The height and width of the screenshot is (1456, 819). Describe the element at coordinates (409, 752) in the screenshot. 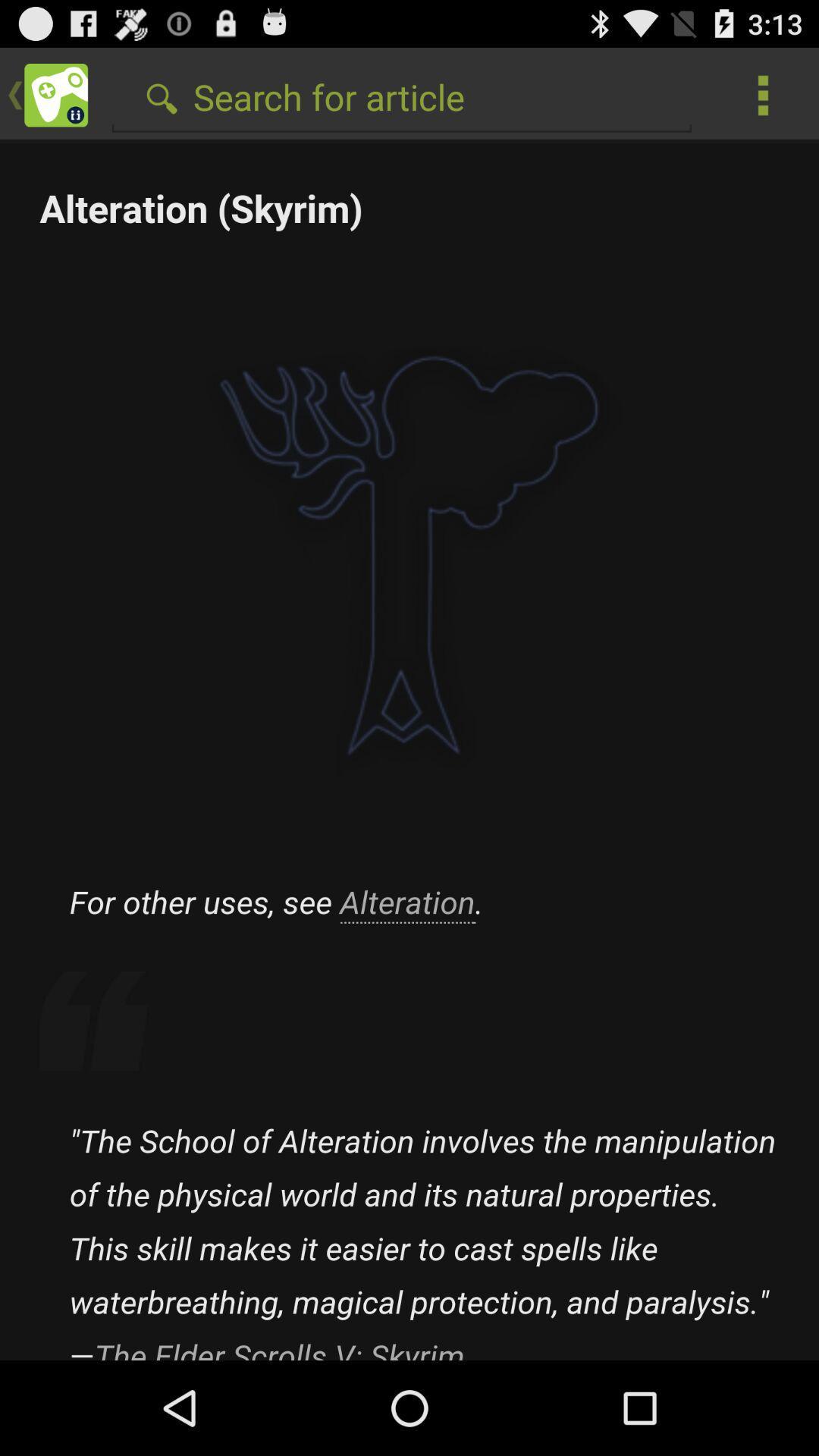

I see `description` at that location.